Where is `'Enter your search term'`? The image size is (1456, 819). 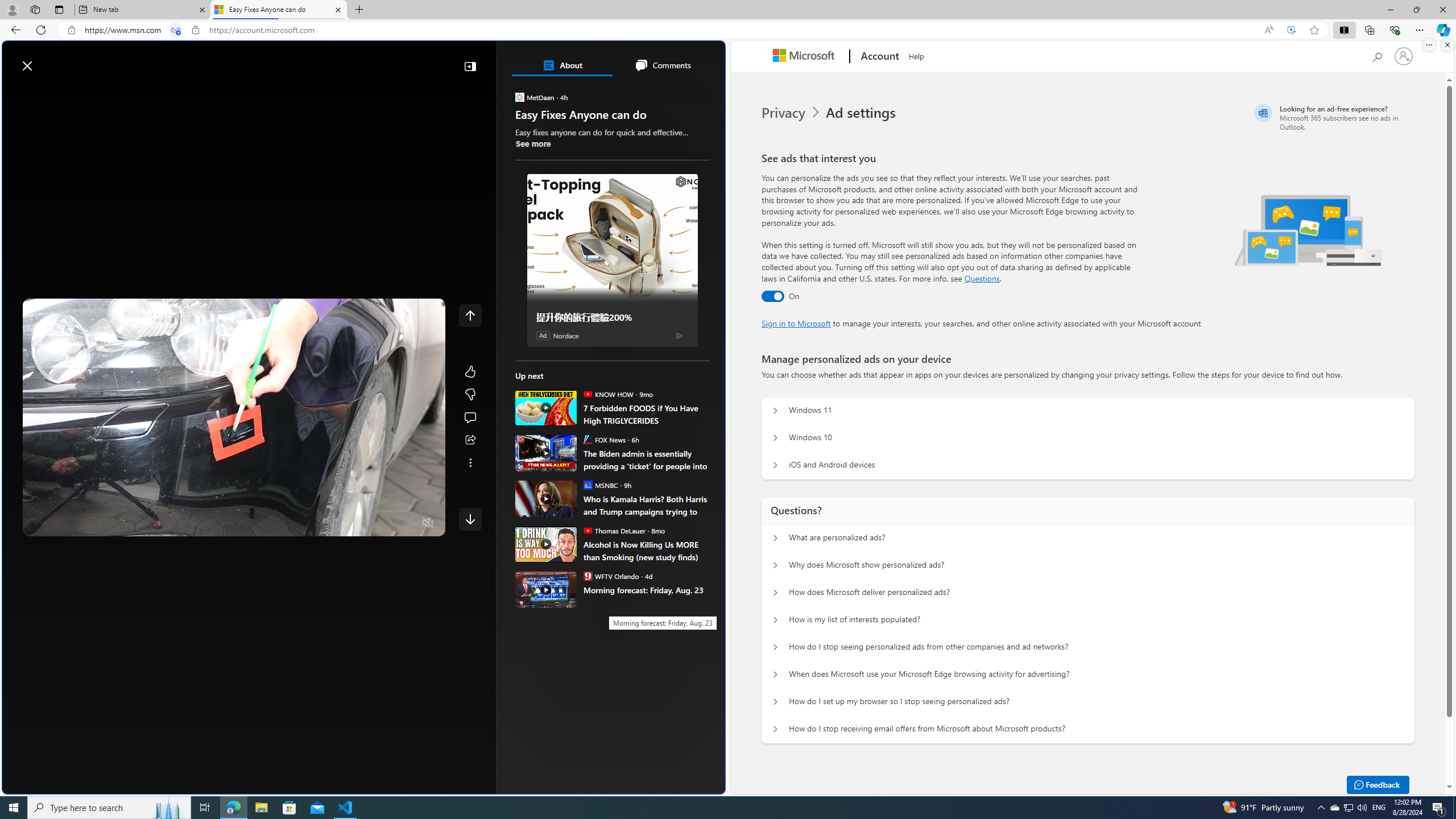
'Enter your search term' is located at coordinates (366, 59).